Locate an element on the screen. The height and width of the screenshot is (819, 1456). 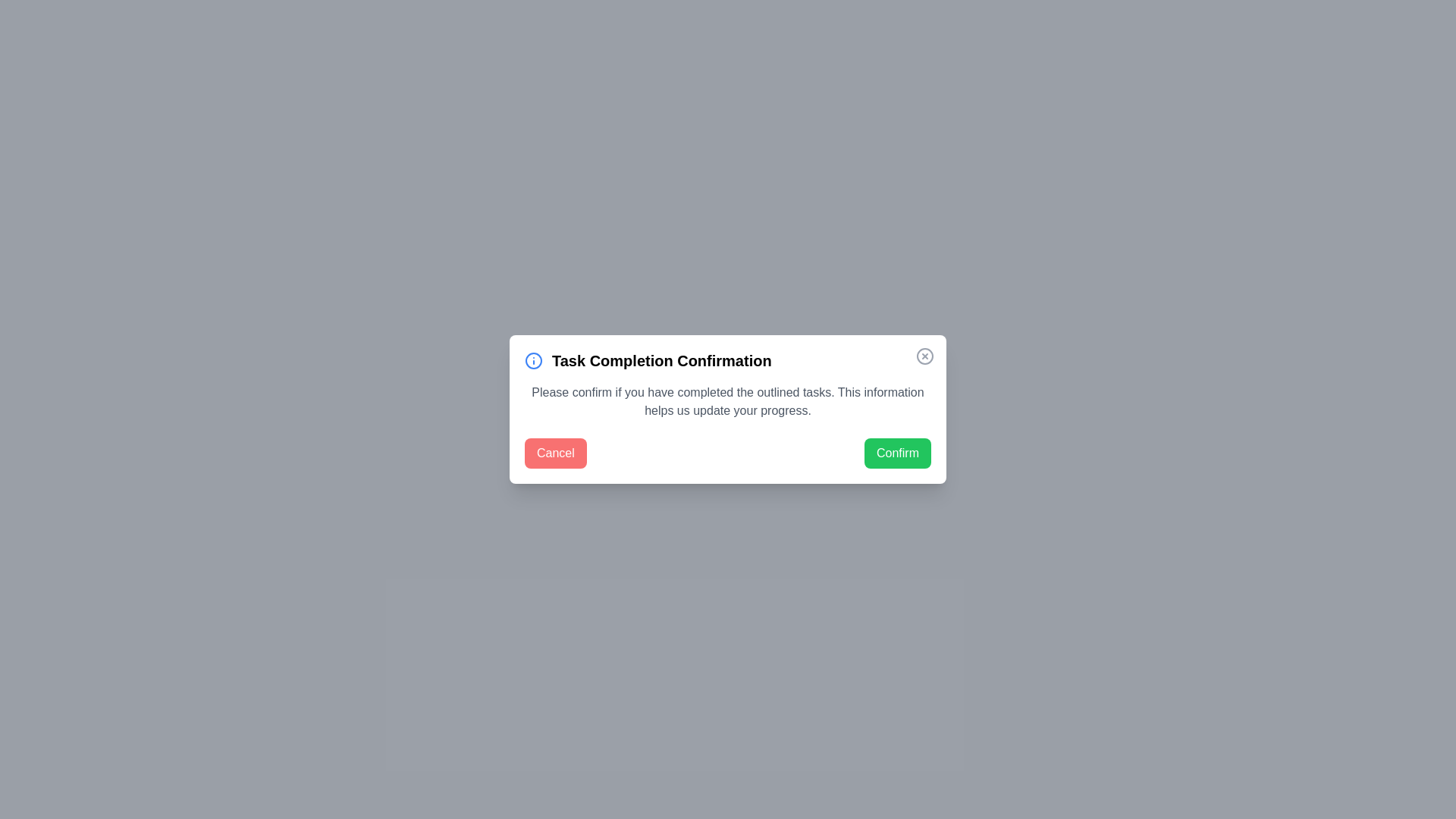
the informational icon to observe its purpose is located at coordinates (534, 360).